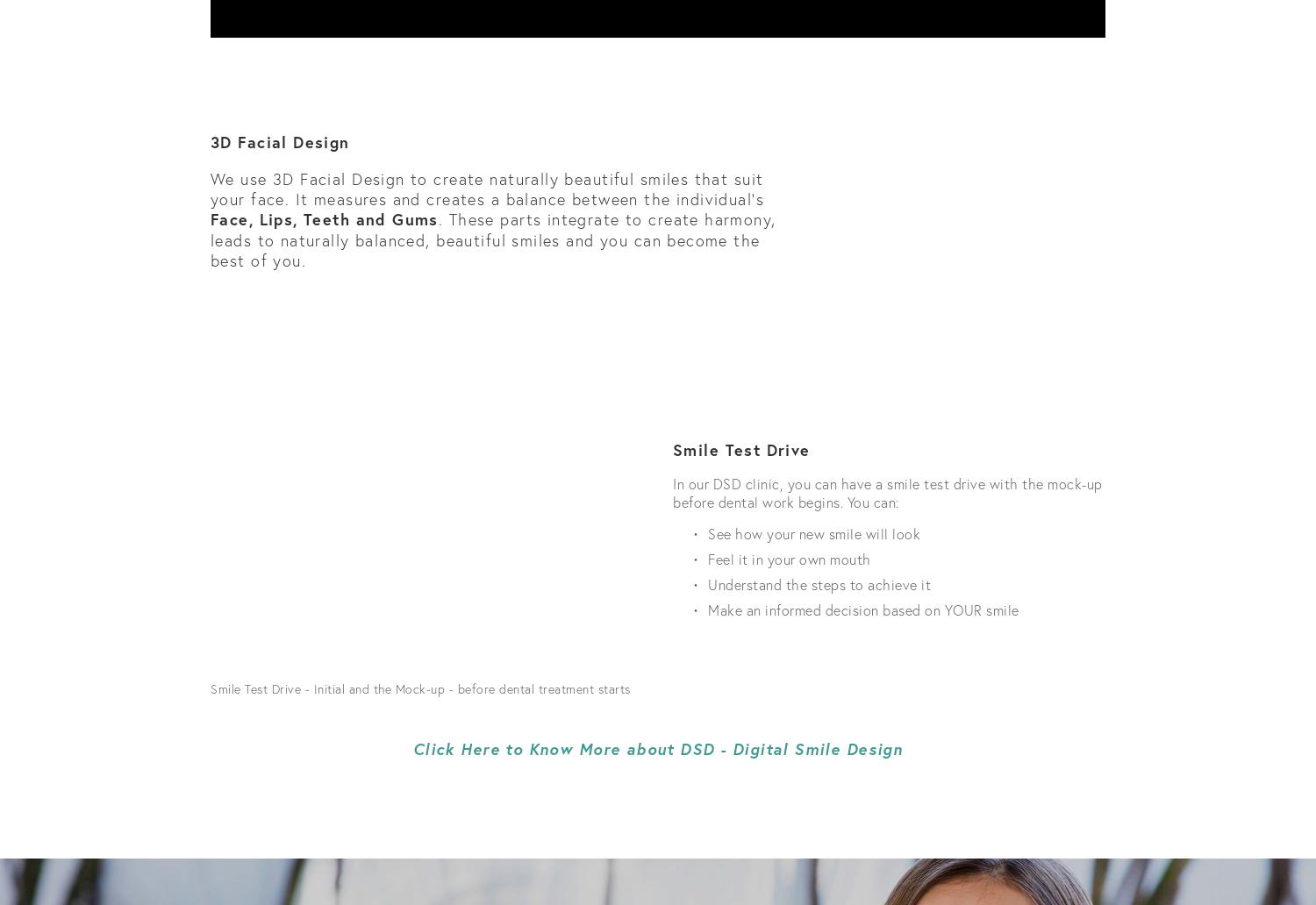  What do you see at coordinates (279, 141) in the screenshot?
I see `'3D Facial Design'` at bounding box center [279, 141].